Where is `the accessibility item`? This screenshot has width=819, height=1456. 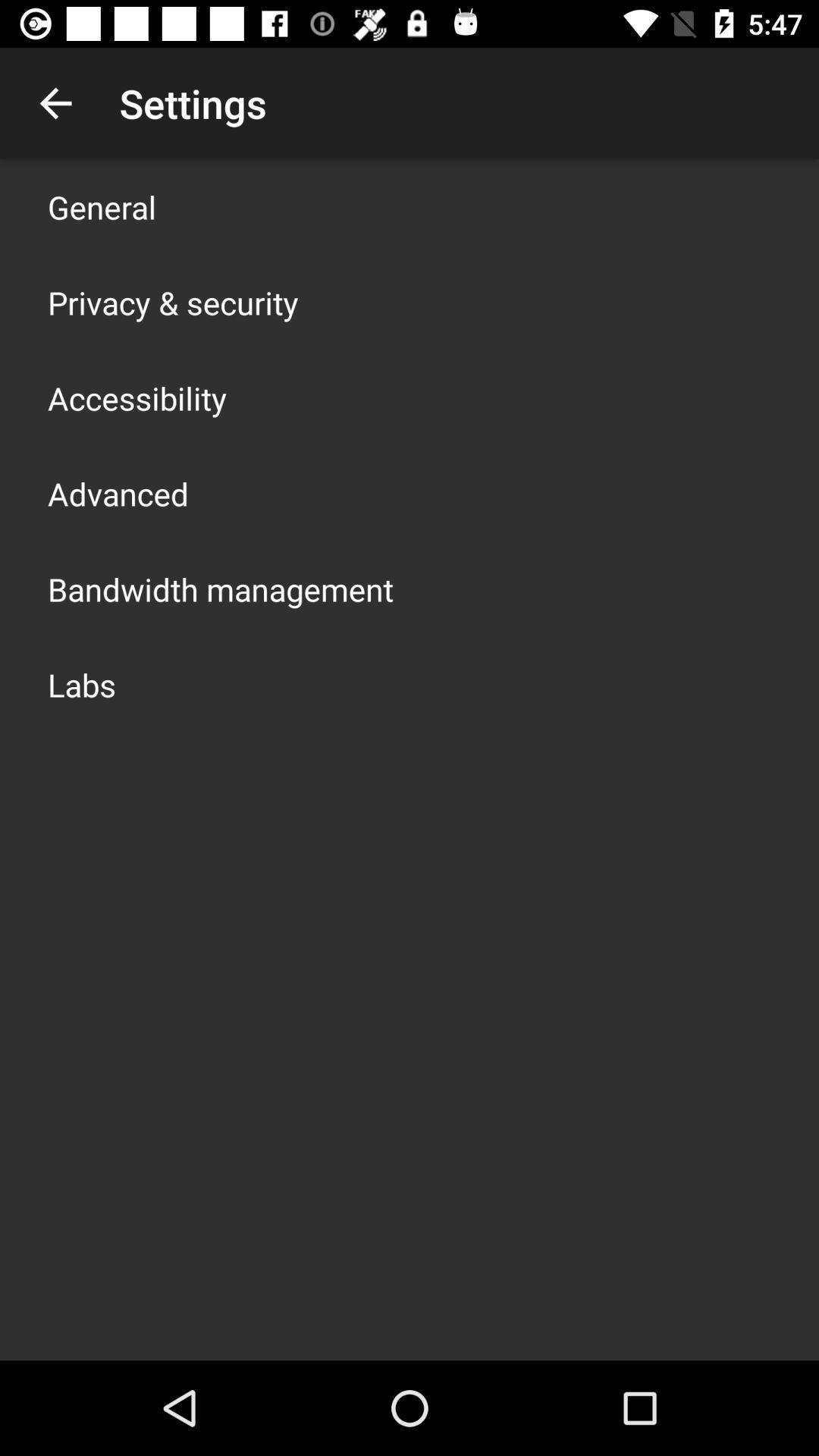 the accessibility item is located at coordinates (137, 397).